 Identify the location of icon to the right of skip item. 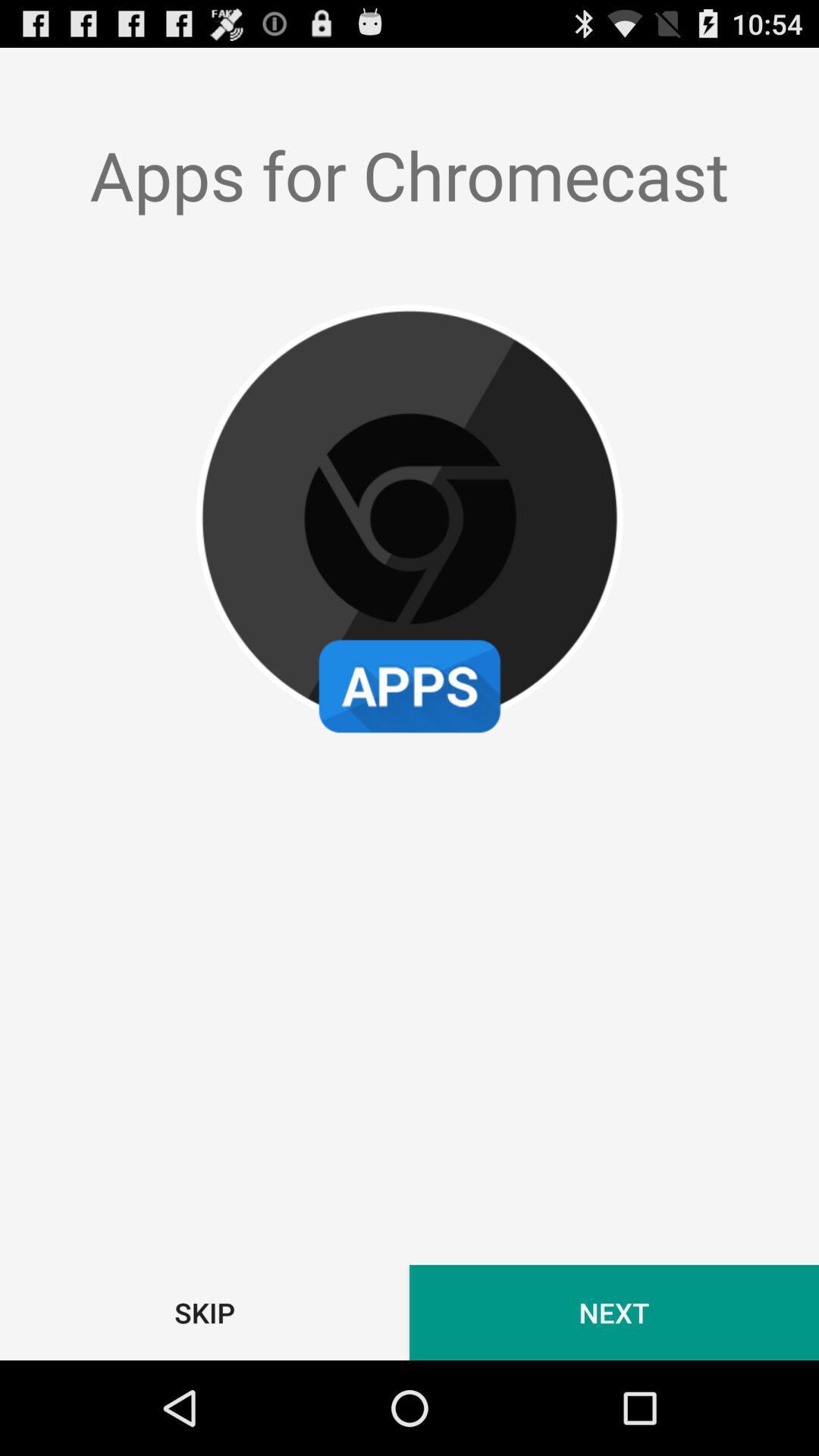
(614, 1312).